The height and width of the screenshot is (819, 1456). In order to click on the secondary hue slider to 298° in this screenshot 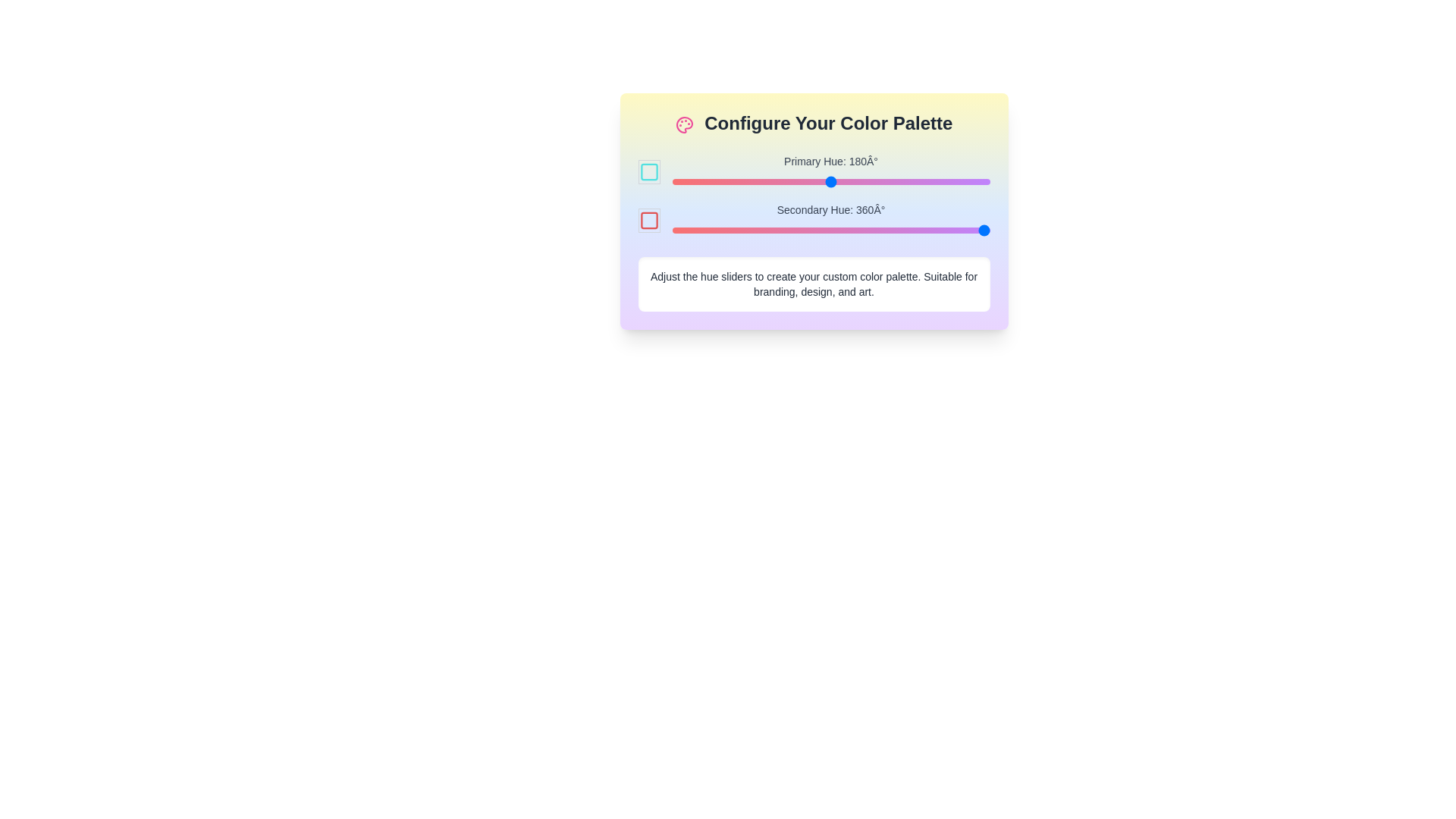, I will do `click(934, 231)`.